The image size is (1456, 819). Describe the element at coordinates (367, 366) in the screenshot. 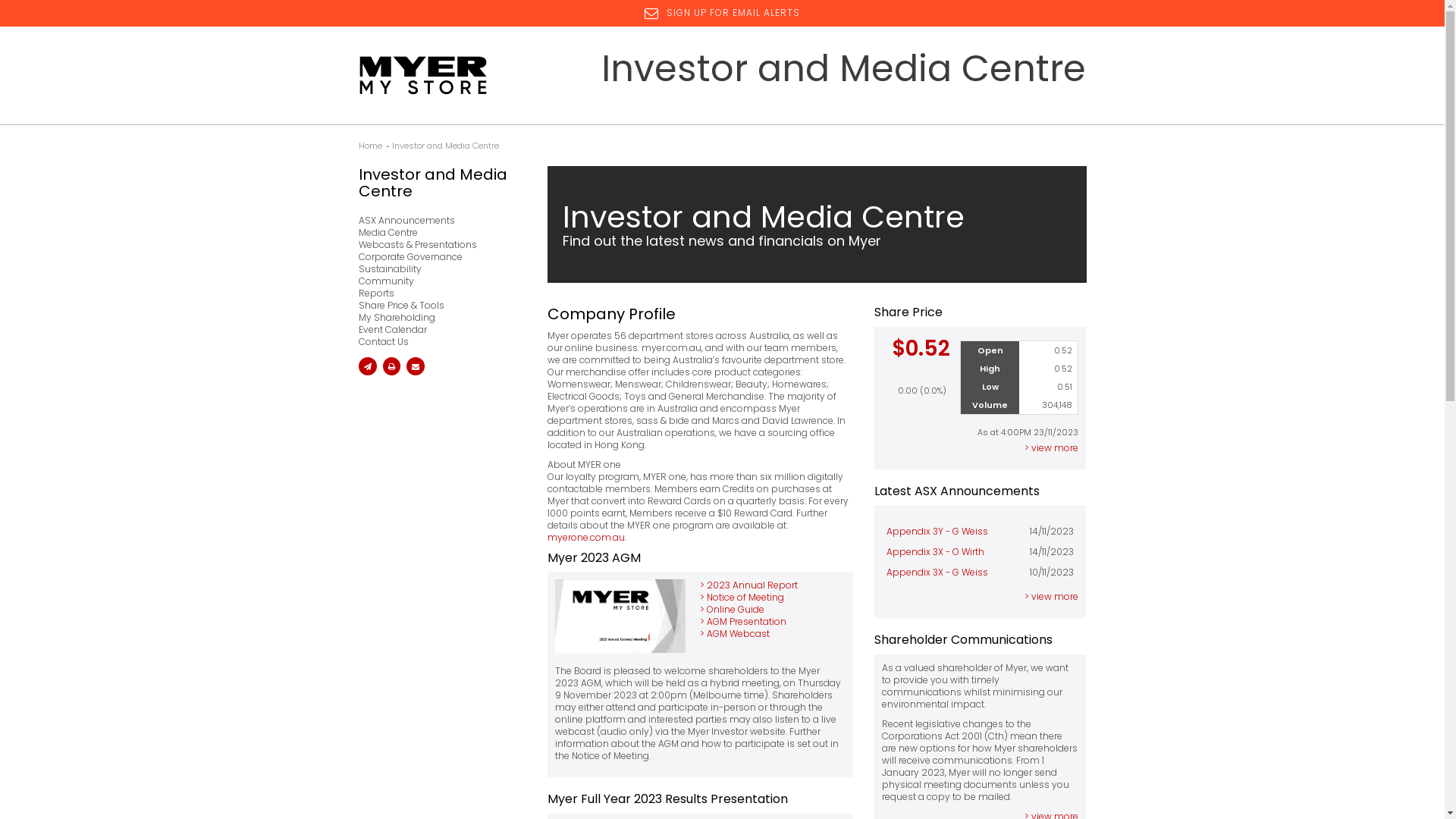

I see `'Email this page'` at that location.